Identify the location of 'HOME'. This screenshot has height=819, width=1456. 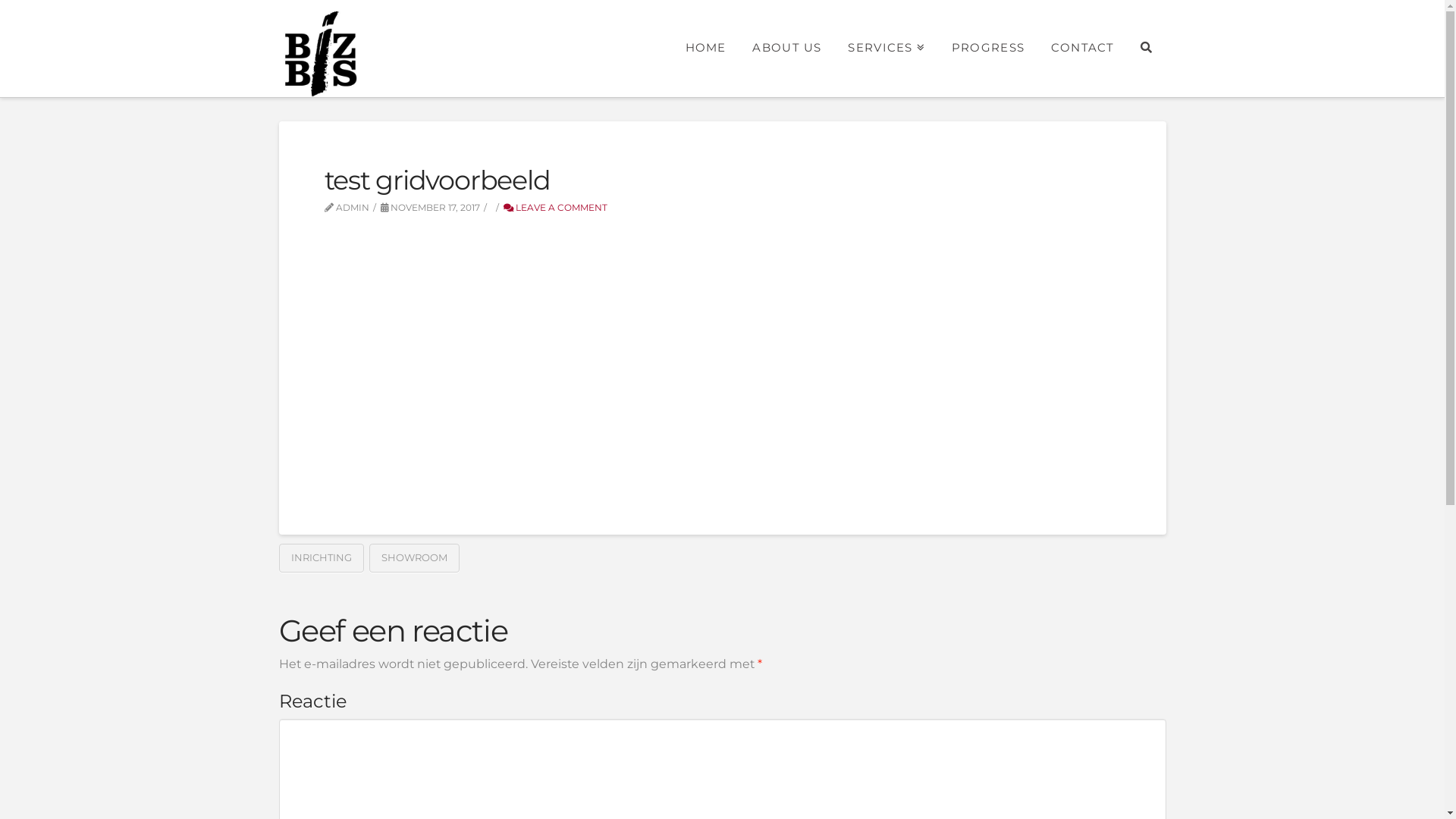
(704, 45).